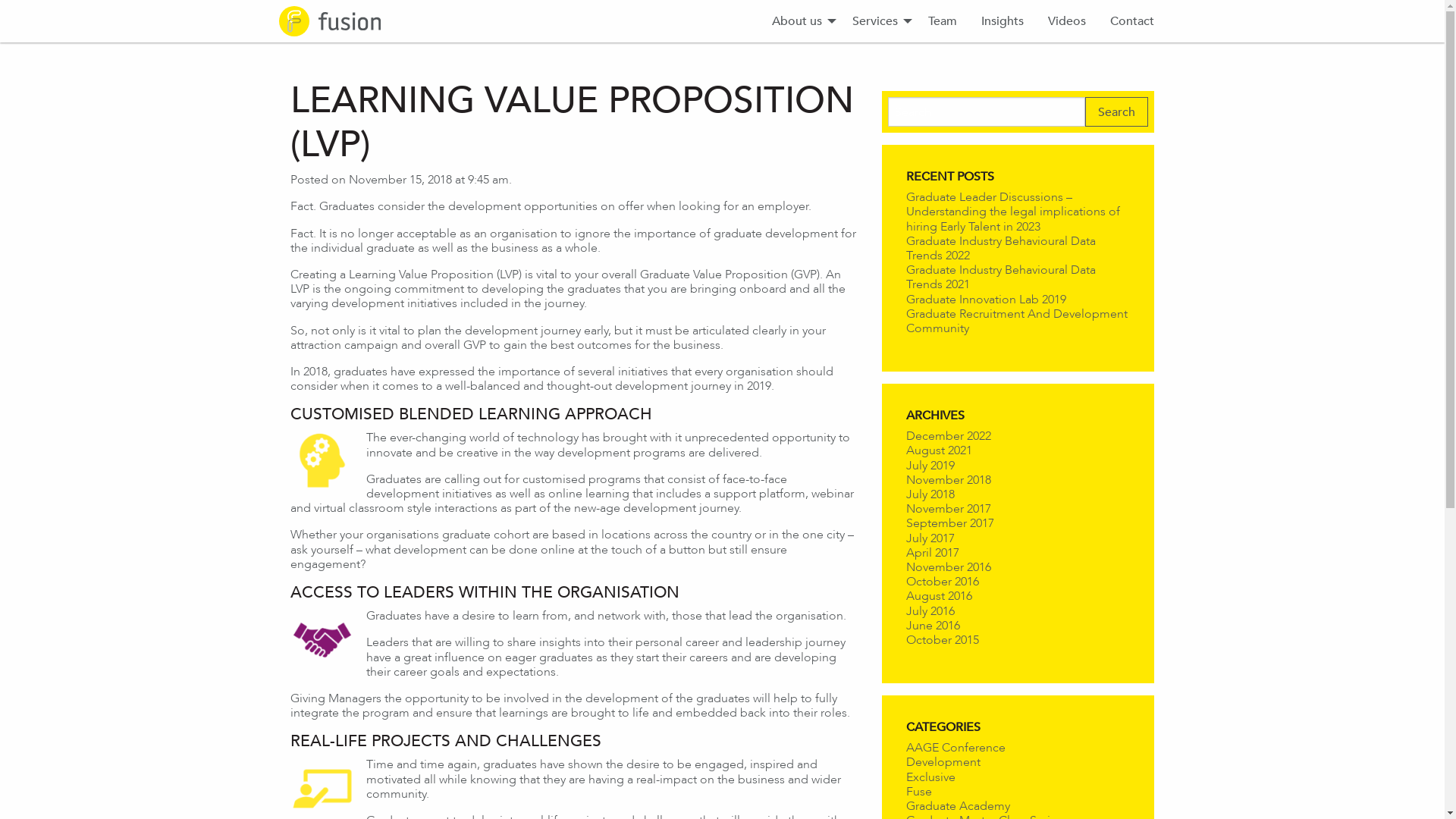 The image size is (1456, 819). I want to click on 'Team', so click(942, 20).